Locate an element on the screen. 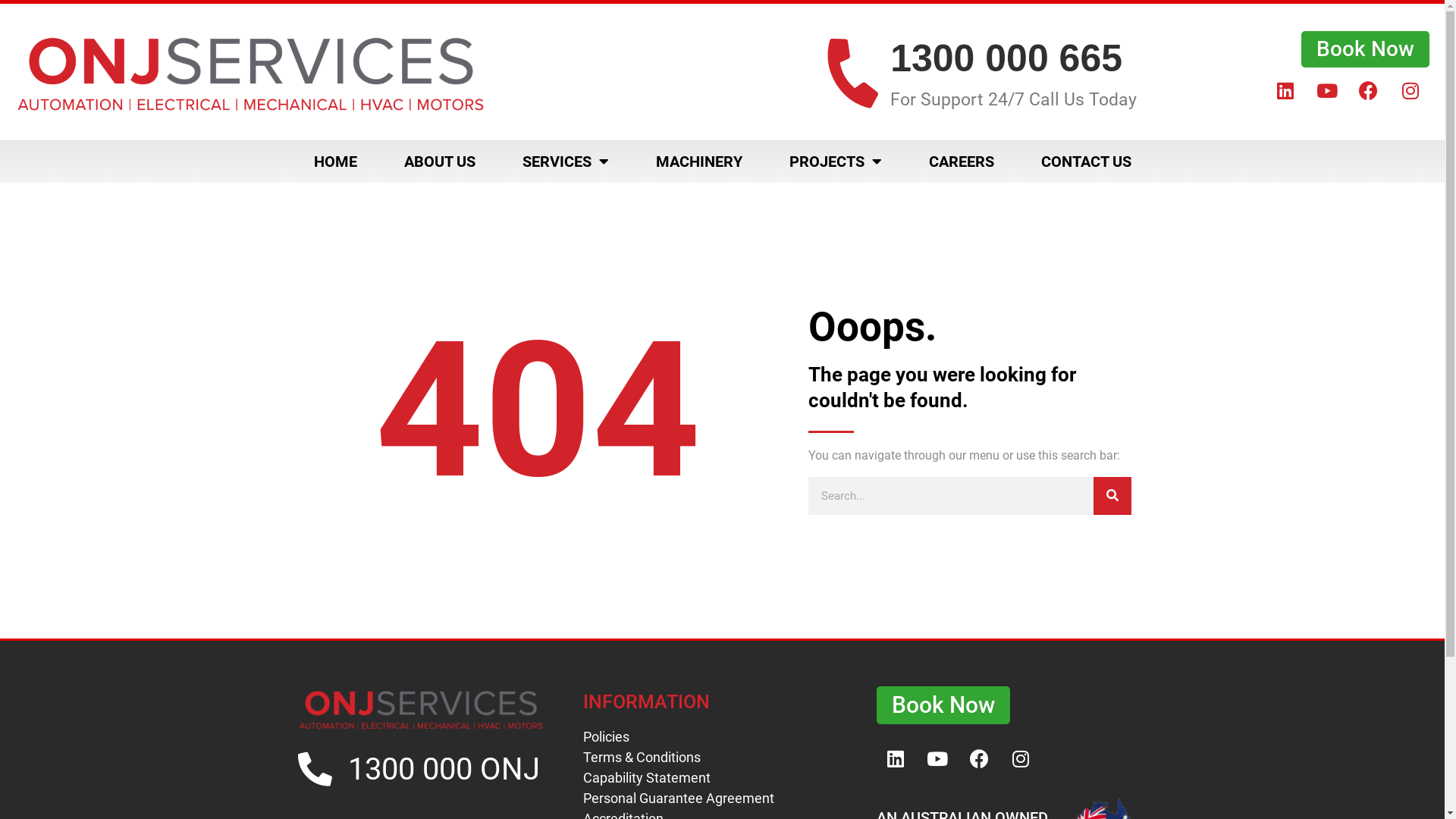 The image size is (1456, 819). '1300 000 665' is located at coordinates (1006, 58).